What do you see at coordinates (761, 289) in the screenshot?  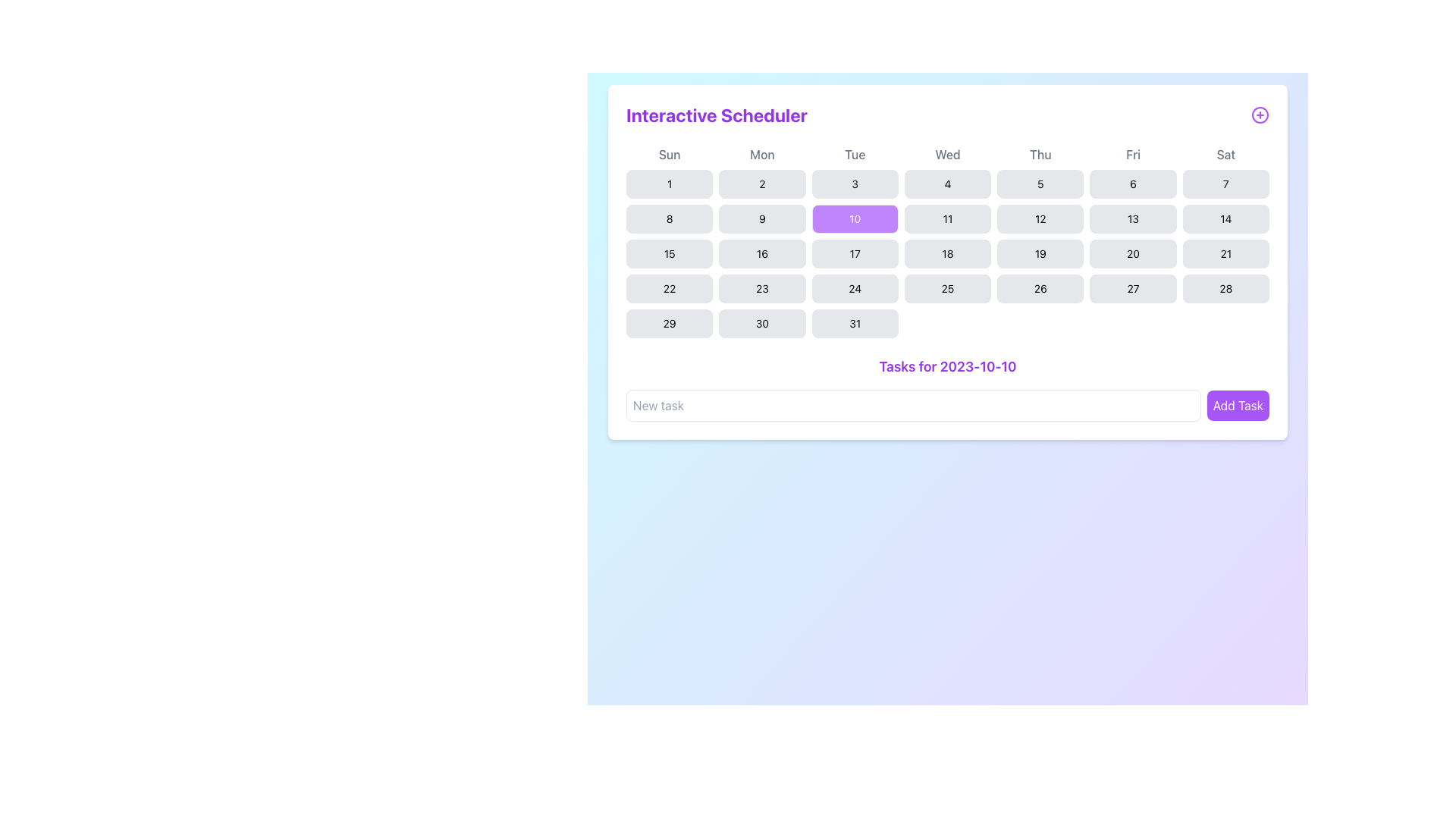 I see `the selectable day button in the calendar that corresponds to the date '23' located in the sixth column of the fourth row` at bounding box center [761, 289].